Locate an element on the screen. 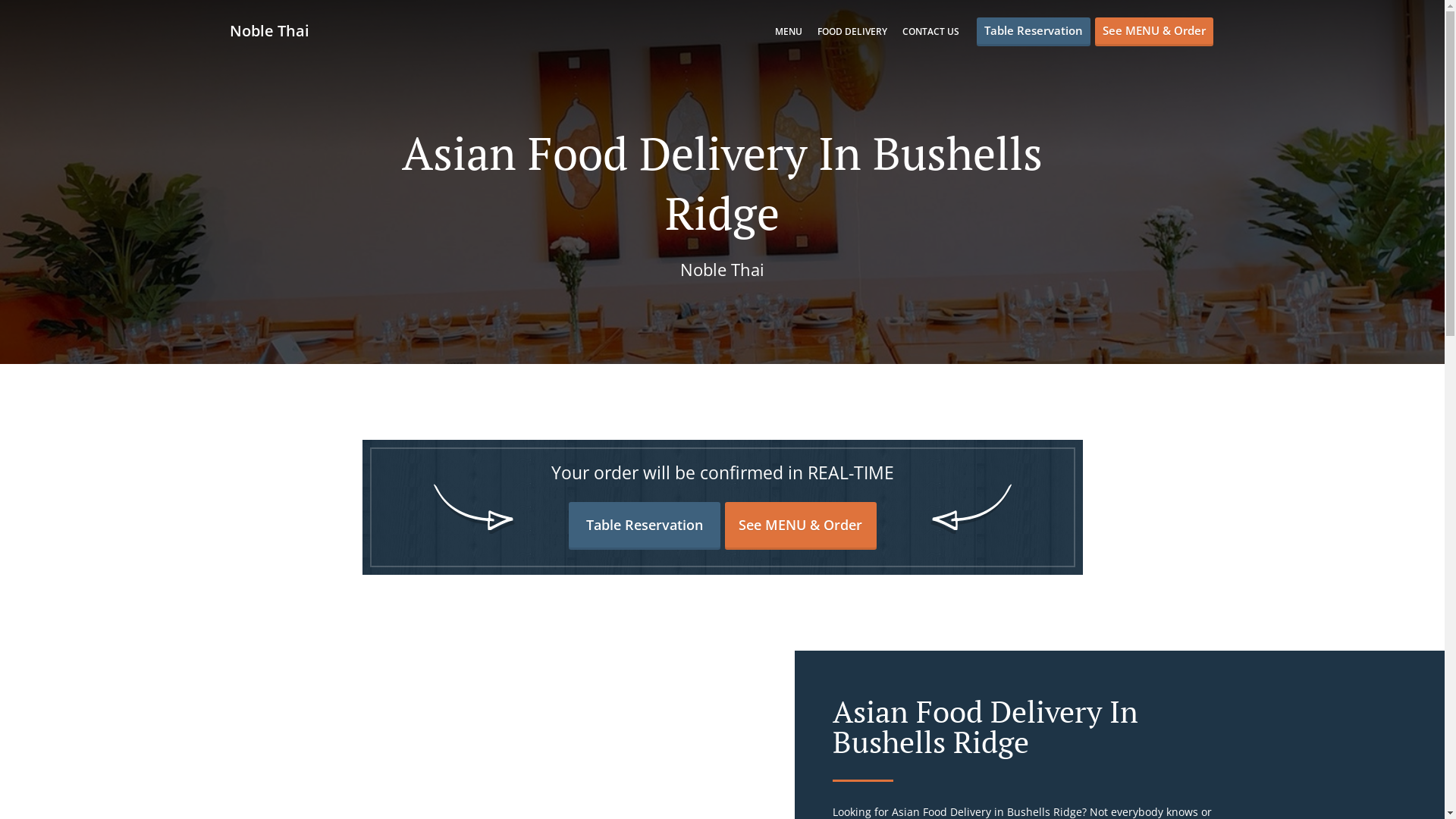 This screenshot has height=819, width=1456. 'FOOD DELIVERY' is located at coordinates (817, 31).